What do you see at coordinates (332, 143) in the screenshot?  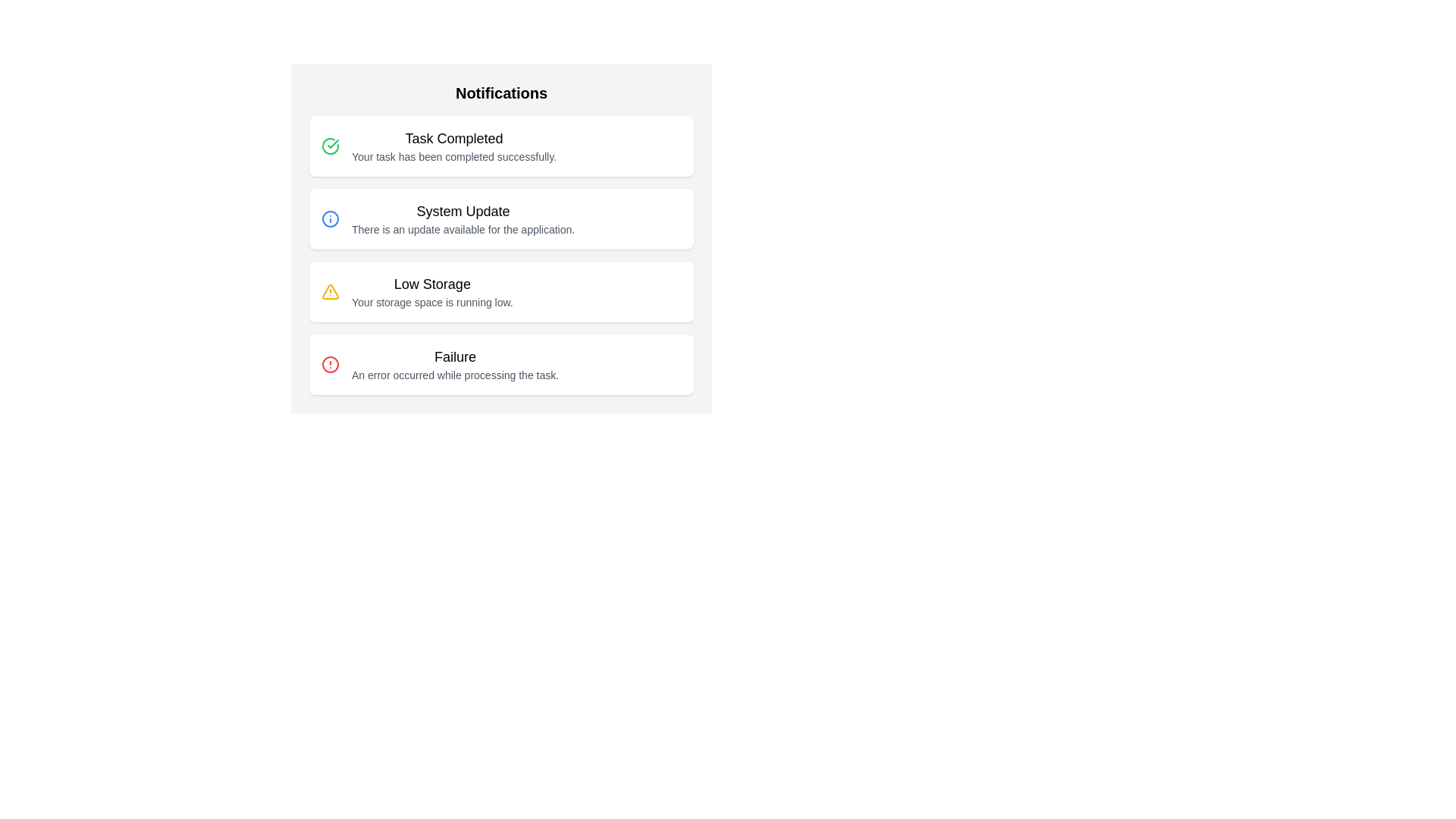 I see `the green checkmark icon inside the circular graphical component, which is part of the 'Task Completed' notification` at bounding box center [332, 143].